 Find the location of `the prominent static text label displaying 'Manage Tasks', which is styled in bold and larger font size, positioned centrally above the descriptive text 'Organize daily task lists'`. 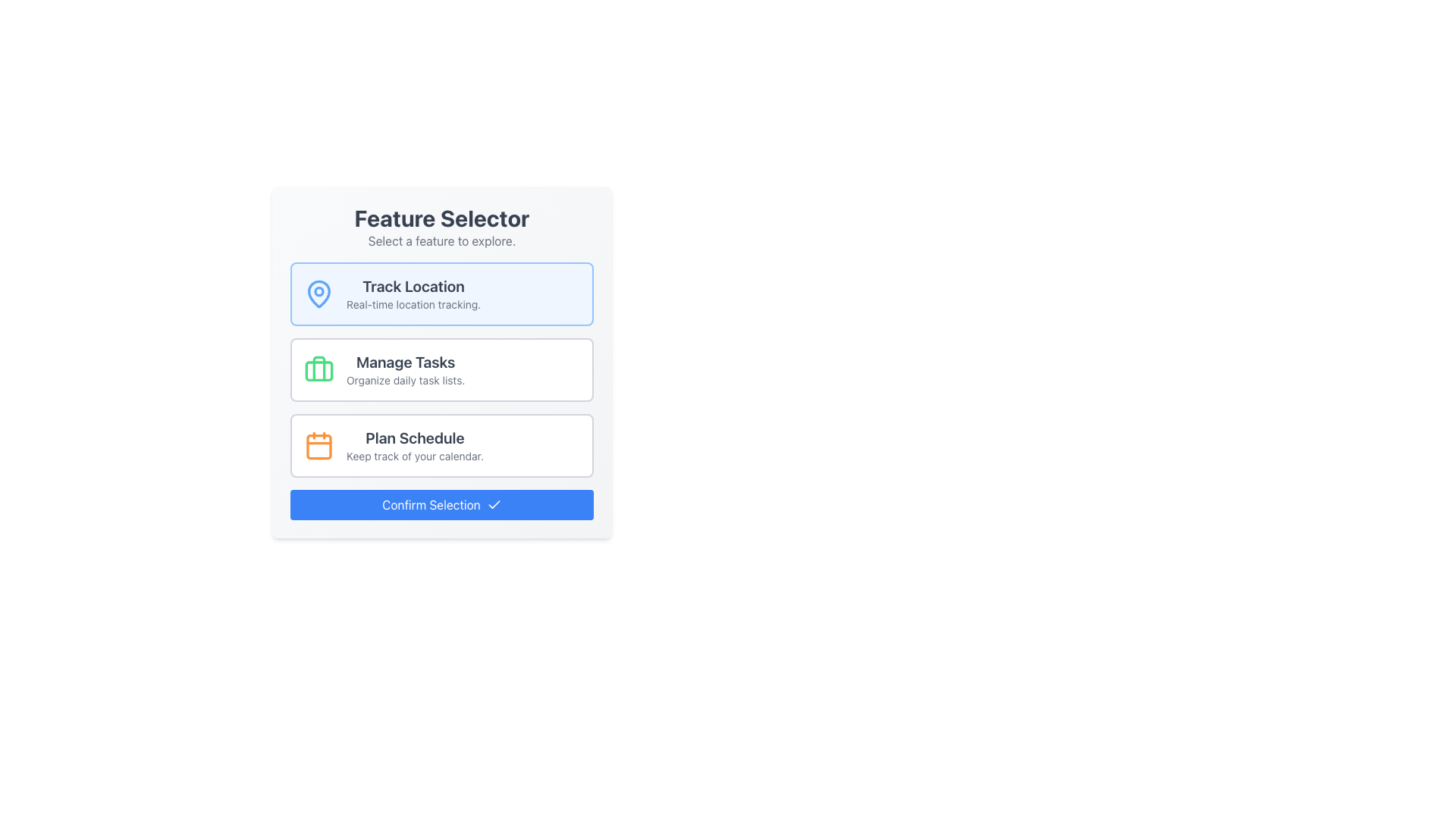

the prominent static text label displaying 'Manage Tasks', which is styled in bold and larger font size, positioned centrally above the descriptive text 'Organize daily task lists' is located at coordinates (406, 362).